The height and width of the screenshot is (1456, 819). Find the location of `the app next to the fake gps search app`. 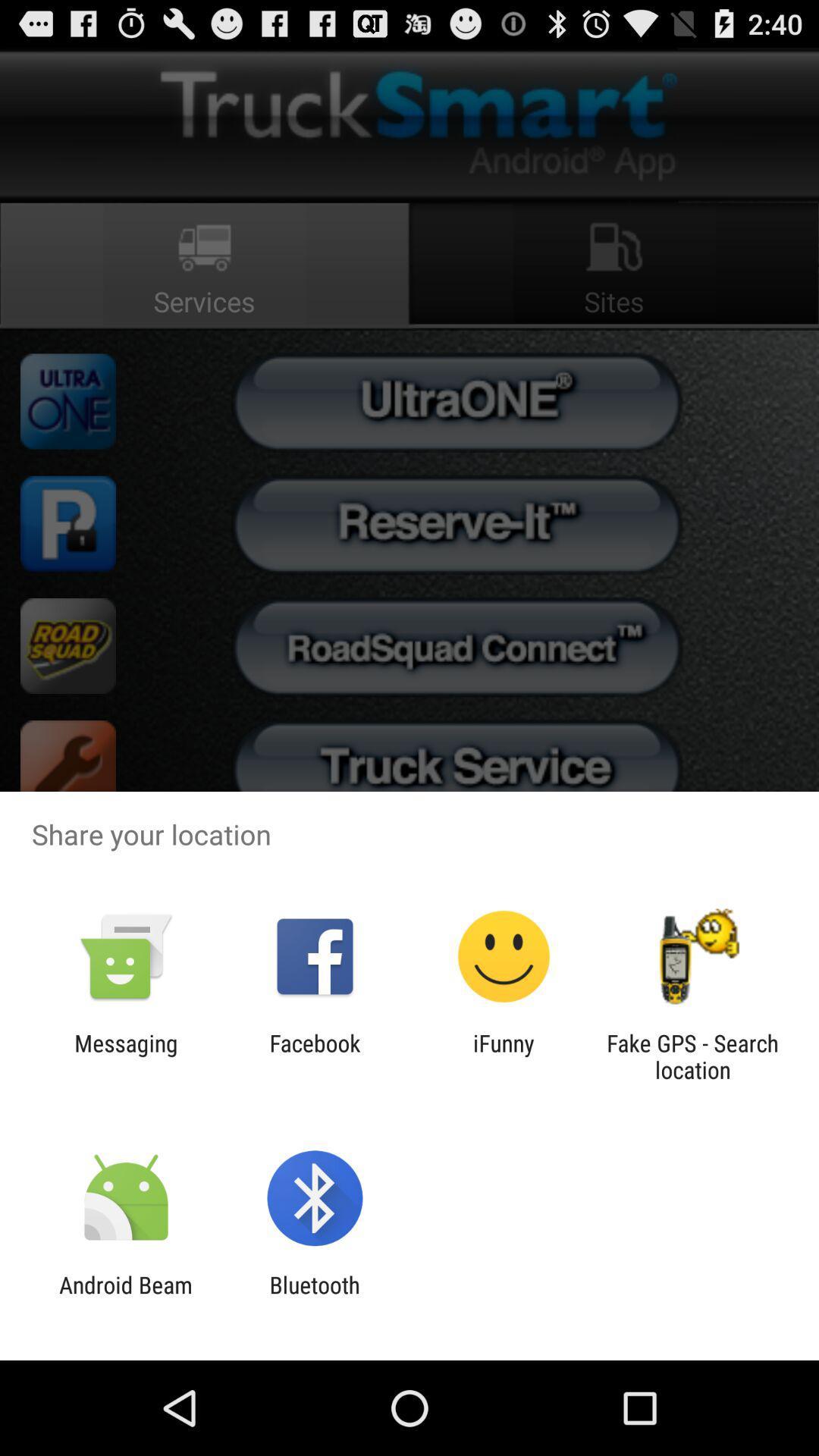

the app next to the fake gps search app is located at coordinates (504, 1056).